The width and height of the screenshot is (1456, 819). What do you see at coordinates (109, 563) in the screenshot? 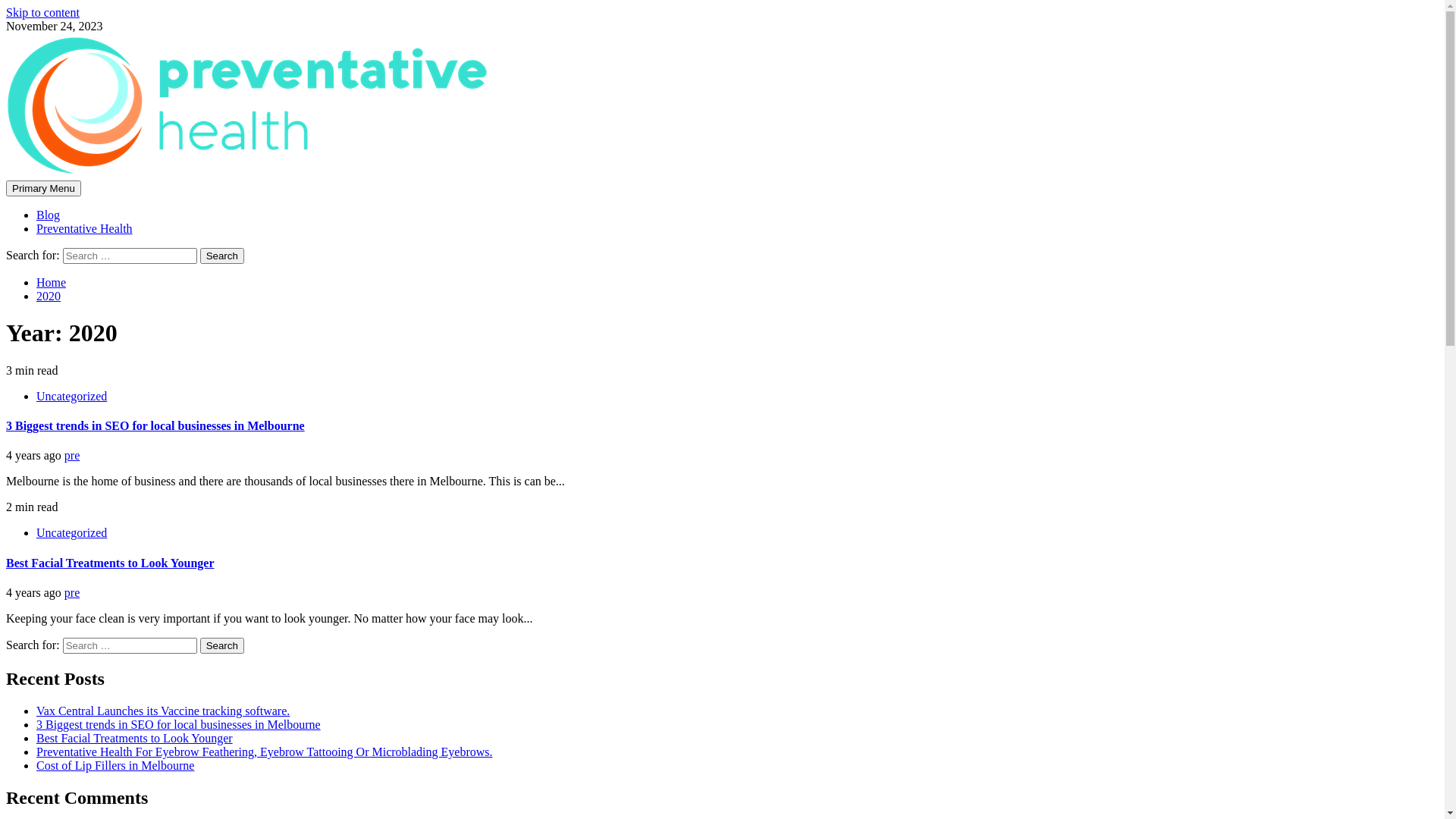
I see `'Best Facial Treatments to Look Younger'` at bounding box center [109, 563].